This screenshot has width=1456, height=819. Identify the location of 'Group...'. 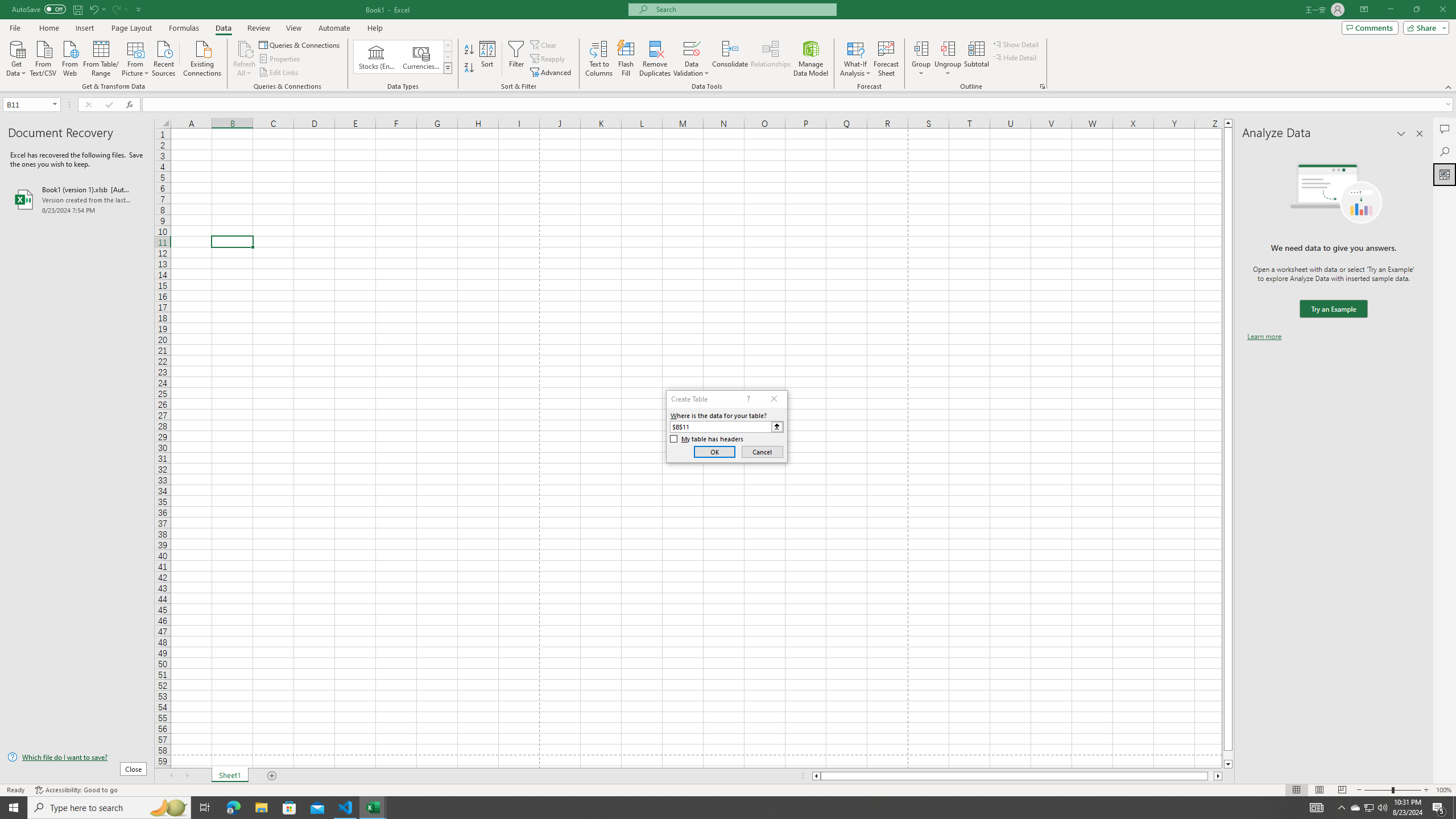
(921, 48).